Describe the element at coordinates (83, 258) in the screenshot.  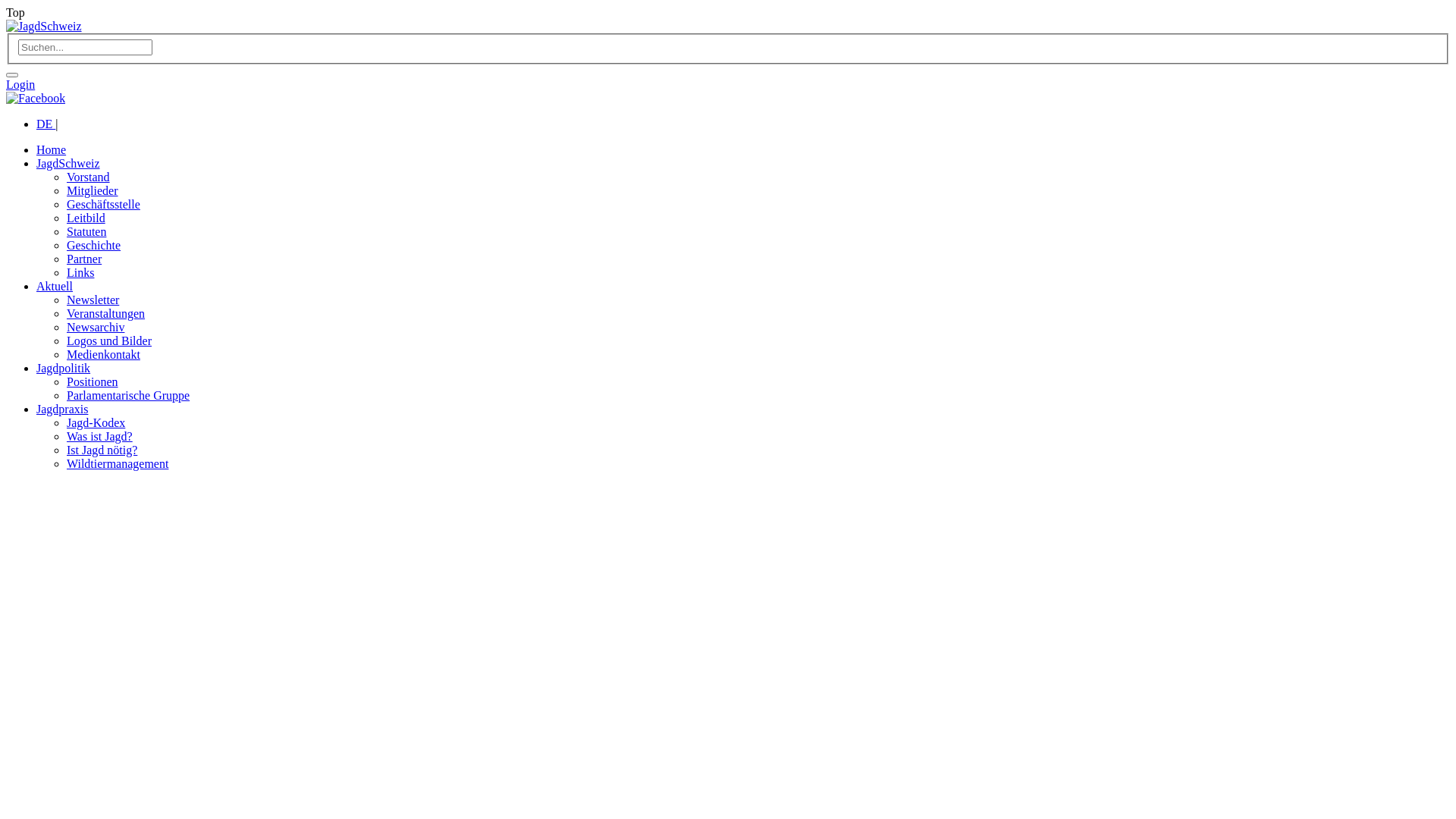
I see `'Partner'` at that location.